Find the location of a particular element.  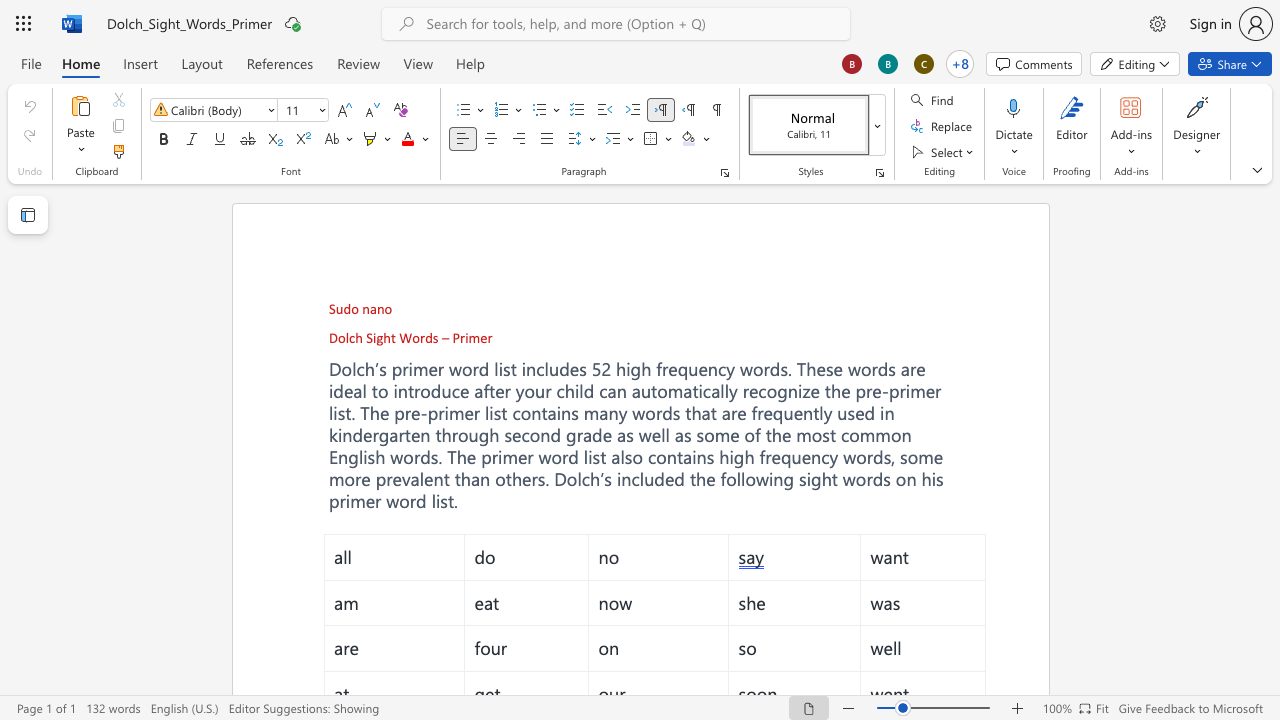

the space between the continuous character "l" and "c" in the text is located at coordinates (349, 336).